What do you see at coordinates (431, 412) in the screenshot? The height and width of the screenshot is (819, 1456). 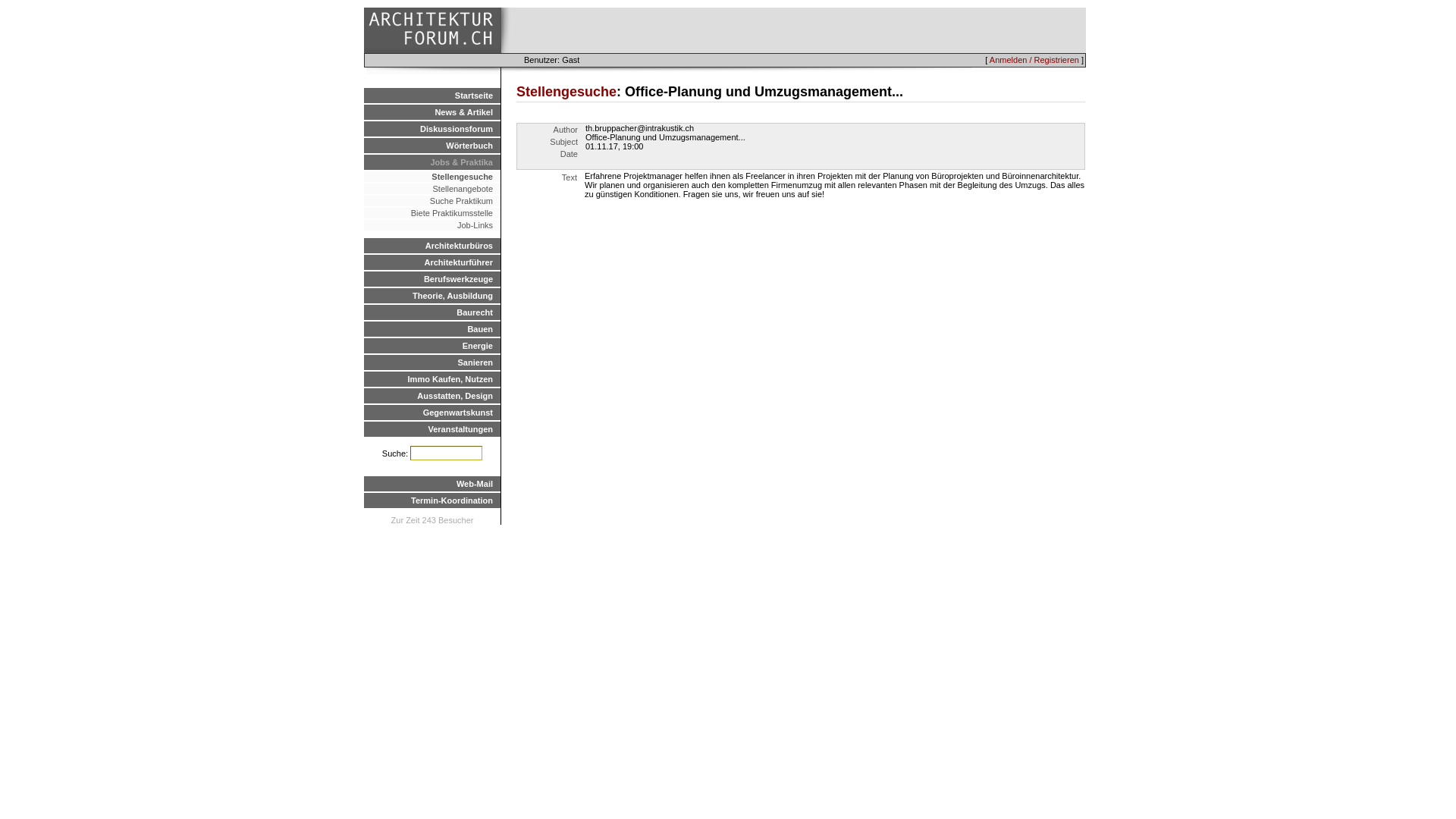 I see `'Gegenwartskunst'` at bounding box center [431, 412].